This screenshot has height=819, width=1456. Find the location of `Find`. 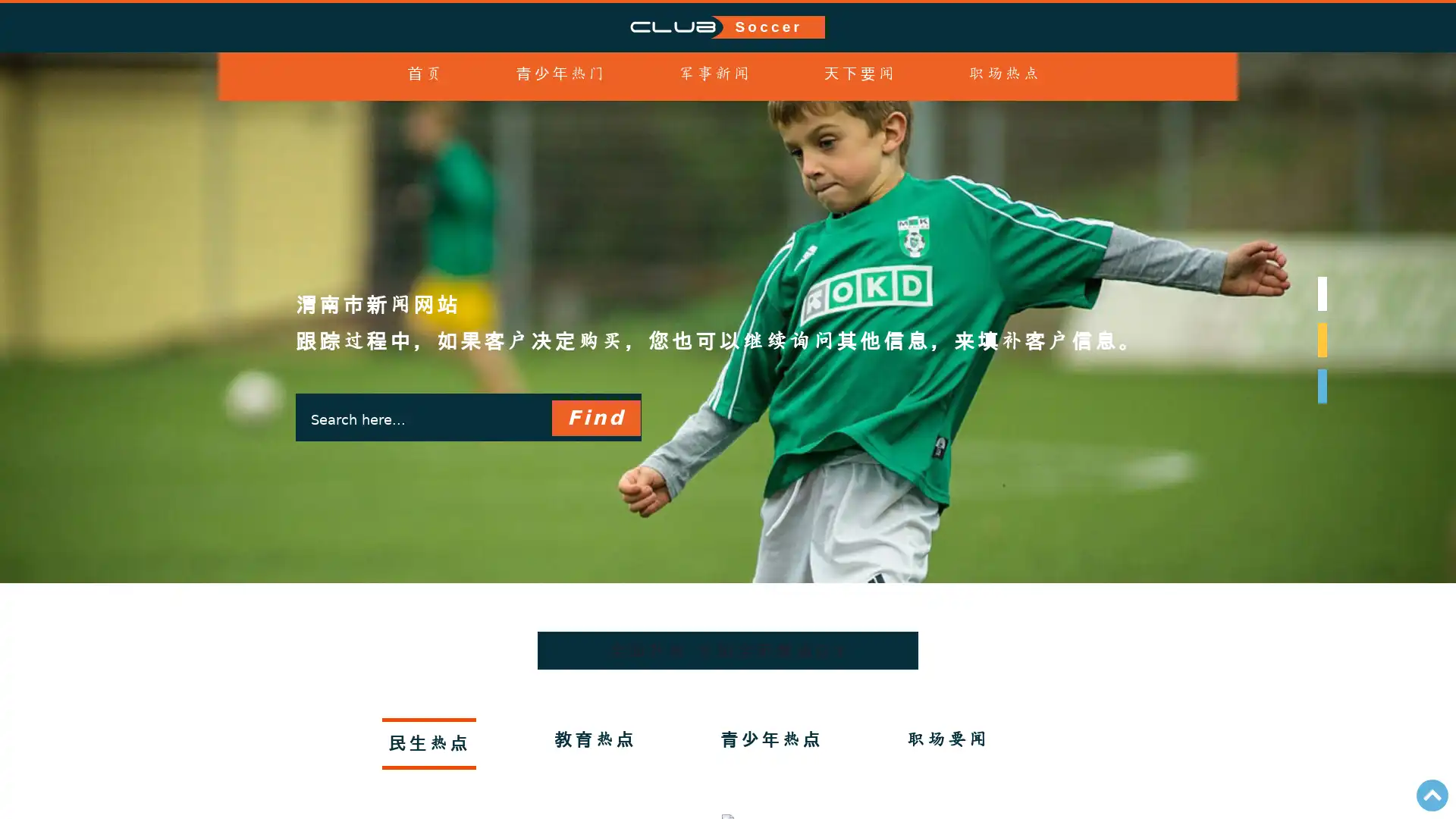

Find is located at coordinates (595, 418).